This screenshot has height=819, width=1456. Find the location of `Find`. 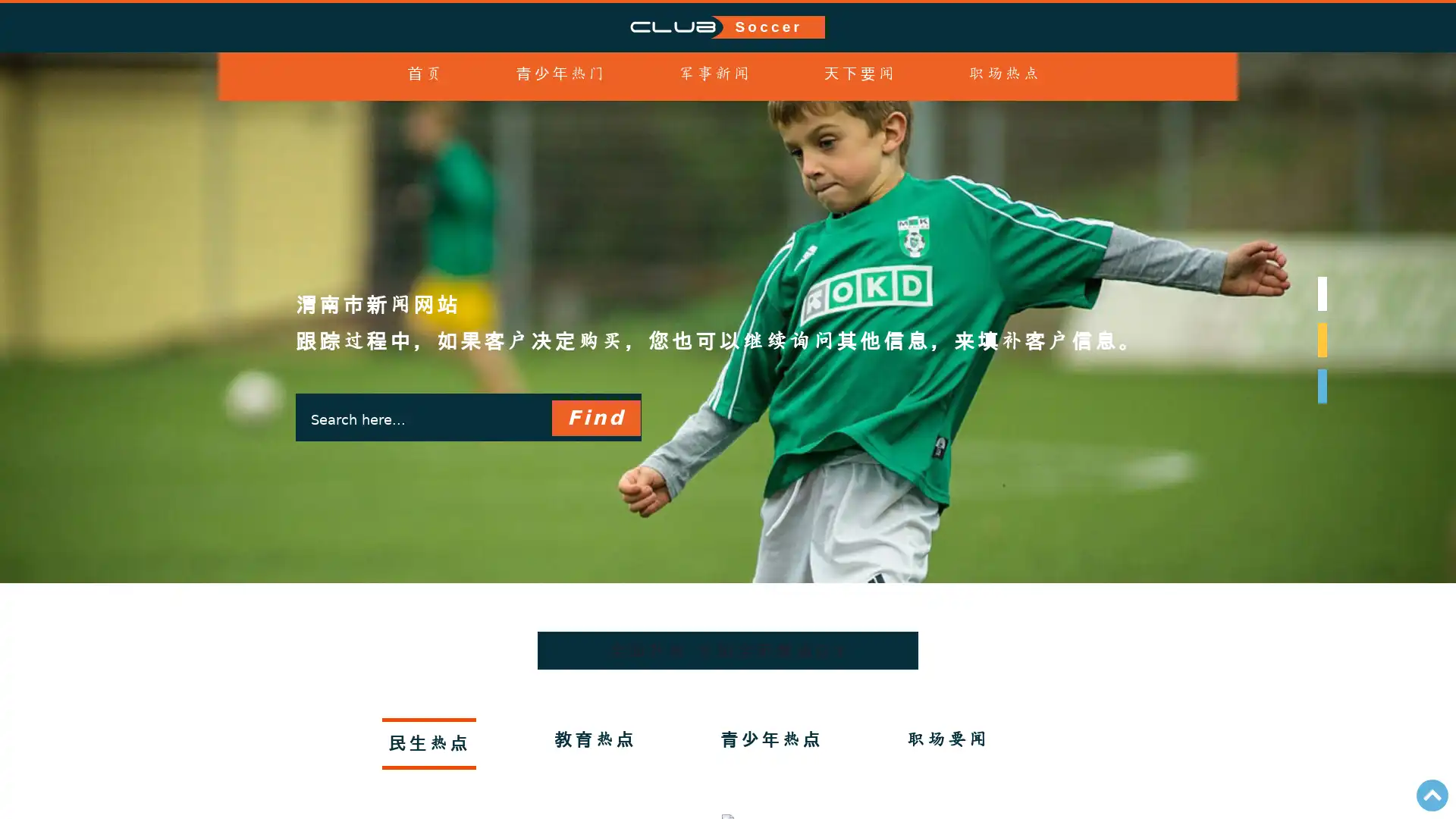

Find is located at coordinates (595, 418).